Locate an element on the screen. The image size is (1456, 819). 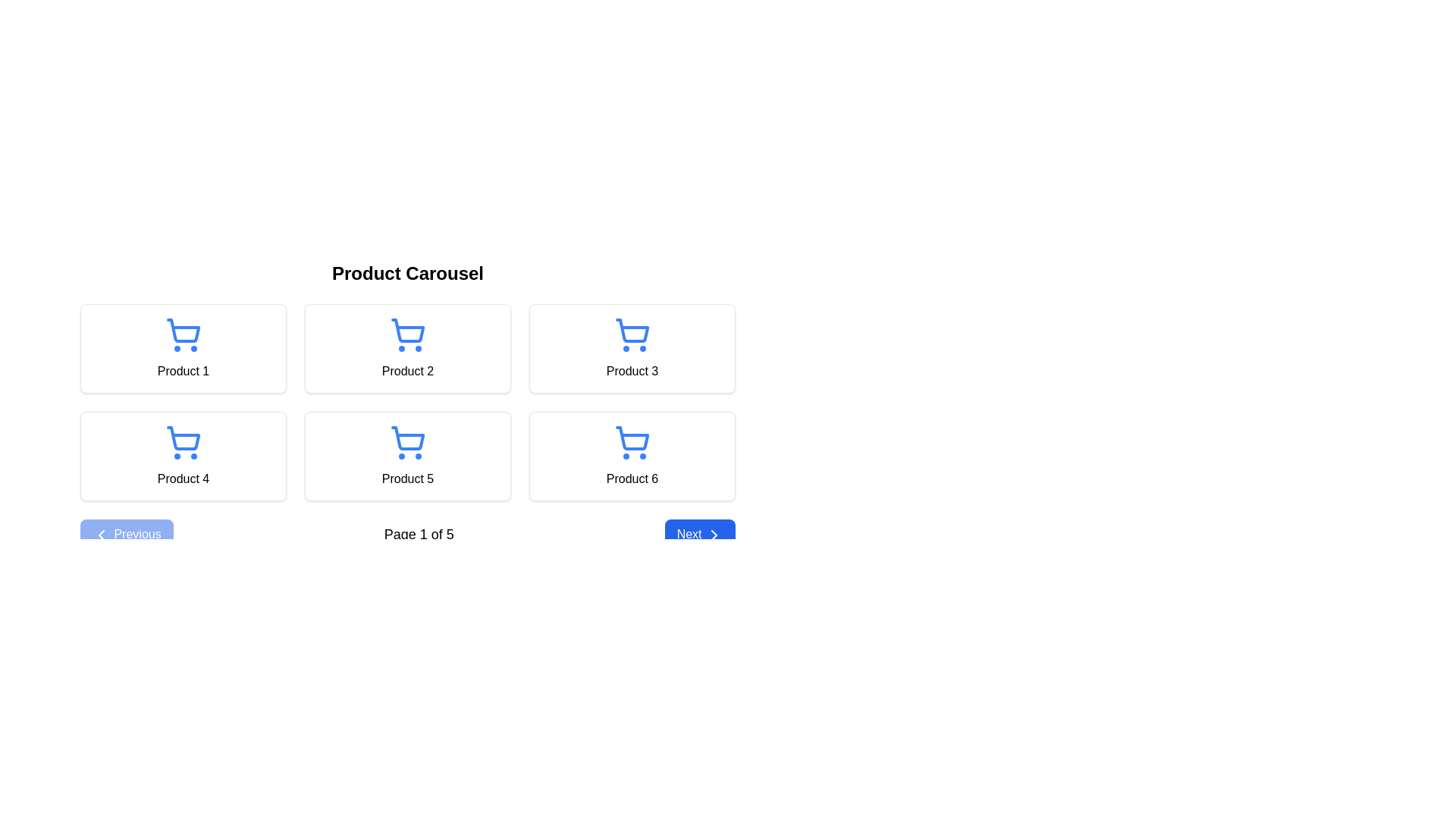
the shopping cart icon representing 'Product 5' located in the middle column of the bottom row in the product grid is located at coordinates (408, 438).